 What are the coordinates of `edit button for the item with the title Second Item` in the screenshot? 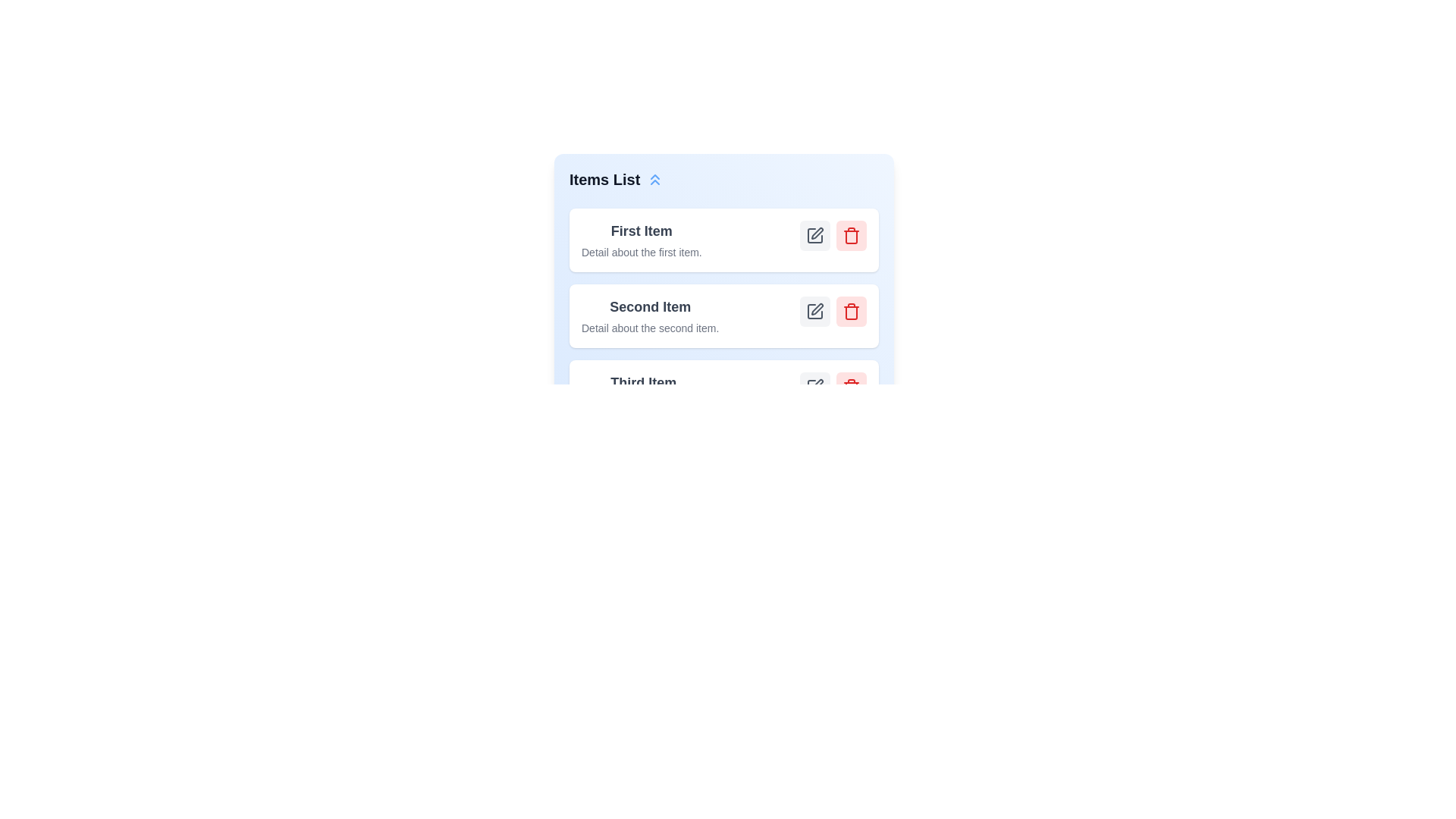 It's located at (814, 311).